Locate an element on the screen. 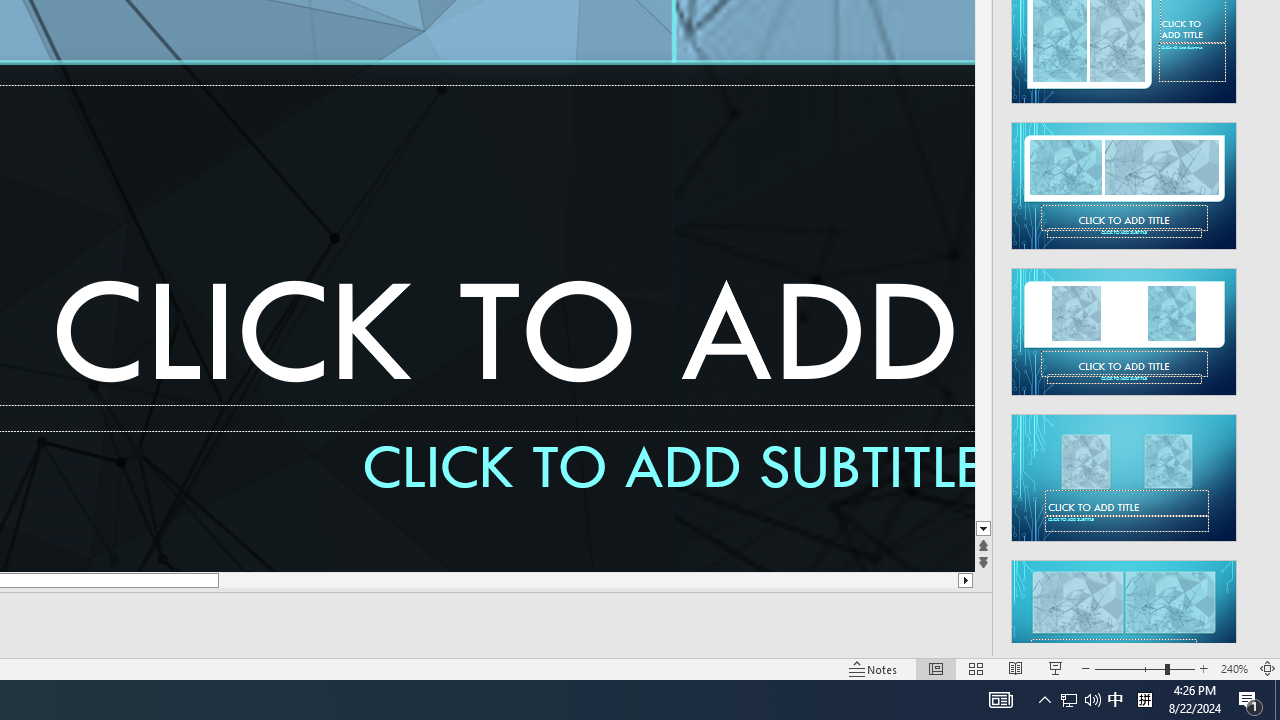 The height and width of the screenshot is (720, 1280). 'Zoom 240%' is located at coordinates (1233, 669).